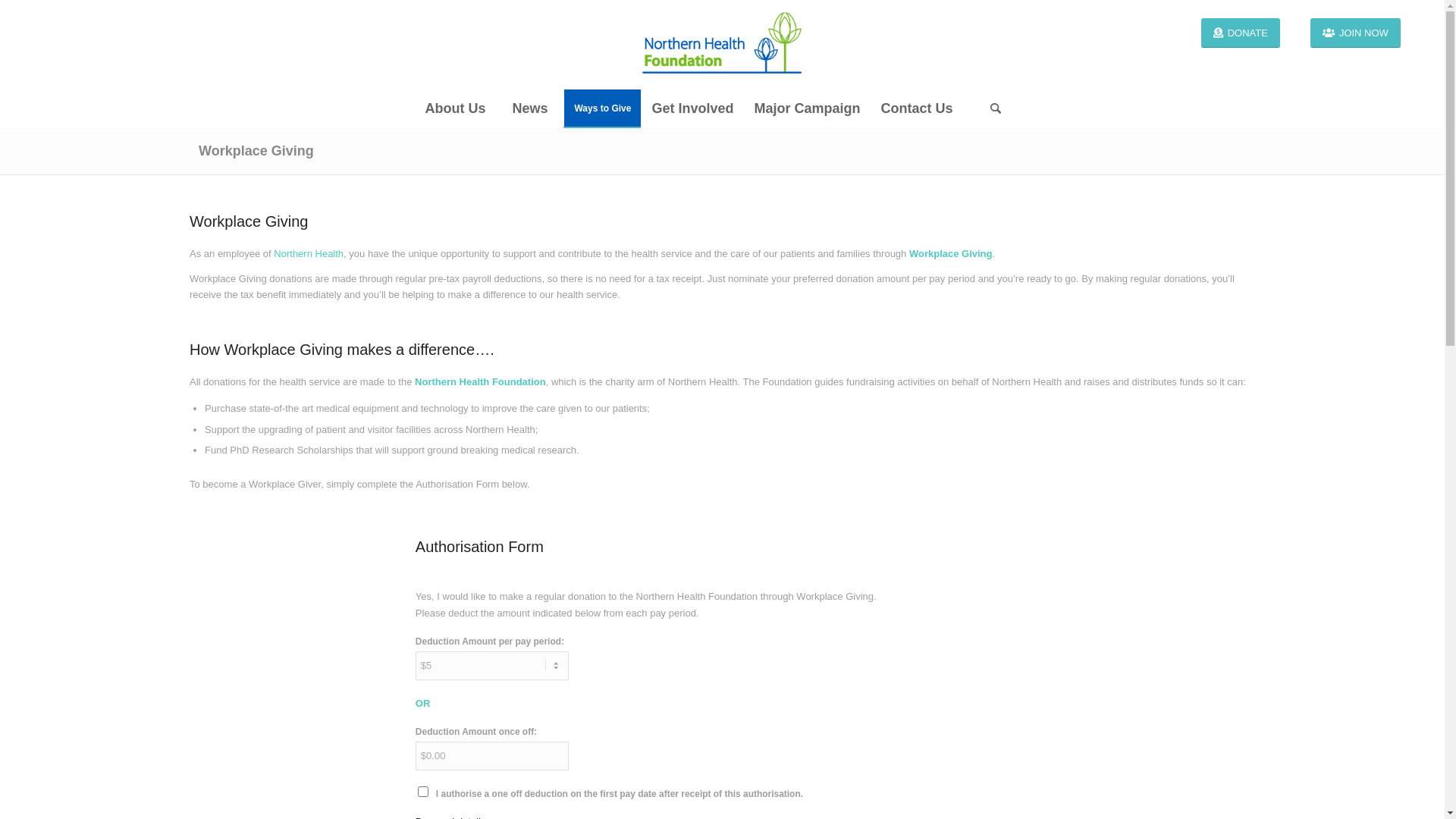 The image size is (1456, 819). What do you see at coordinates (640, 107) in the screenshot?
I see `'Get Involved'` at bounding box center [640, 107].